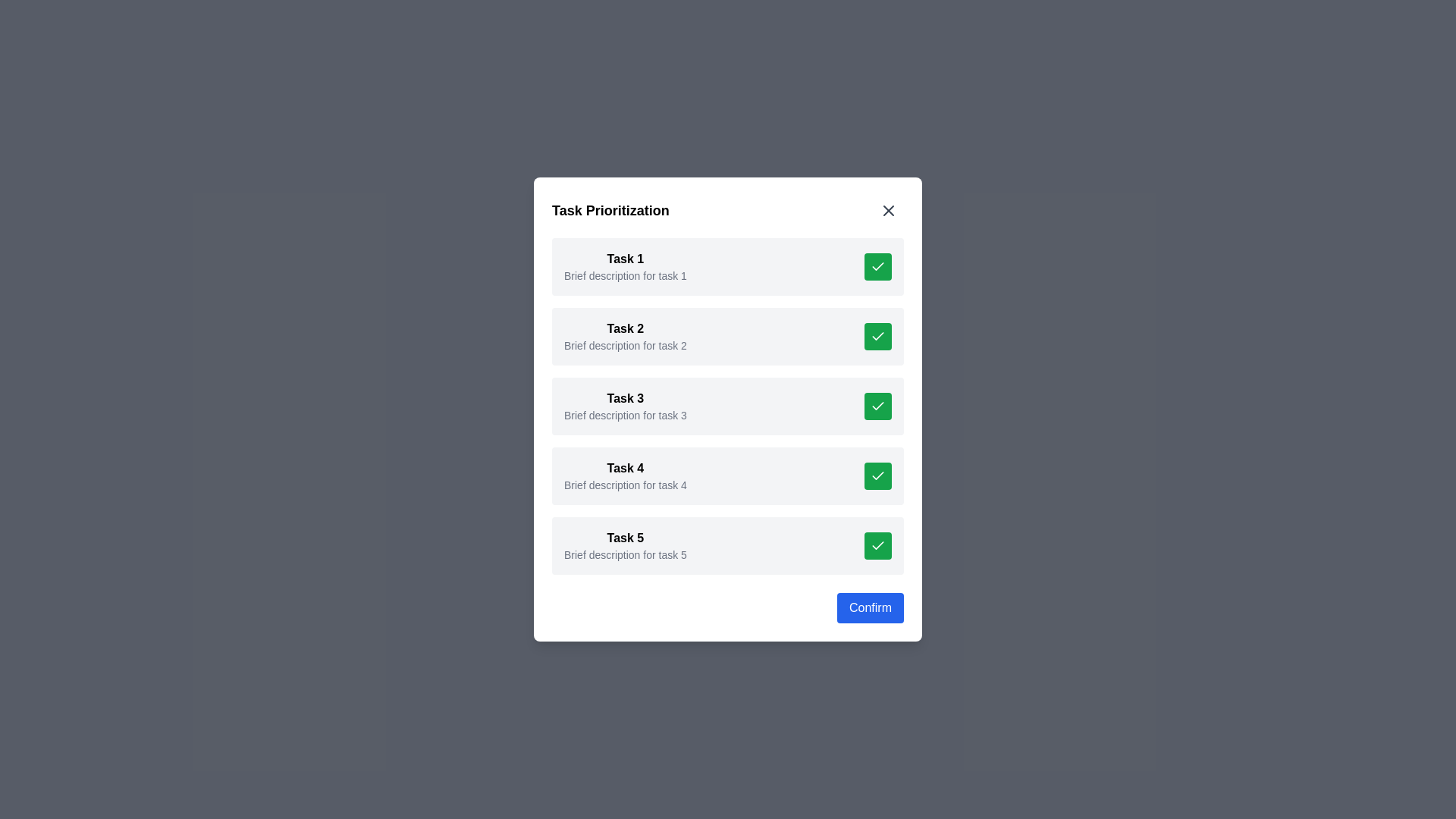 Image resolution: width=1456 pixels, height=819 pixels. I want to click on the status depicted by the icon indicating the completion or selection status of 'Task 4', located on the right side of the fourth row in the center modal, so click(877, 475).